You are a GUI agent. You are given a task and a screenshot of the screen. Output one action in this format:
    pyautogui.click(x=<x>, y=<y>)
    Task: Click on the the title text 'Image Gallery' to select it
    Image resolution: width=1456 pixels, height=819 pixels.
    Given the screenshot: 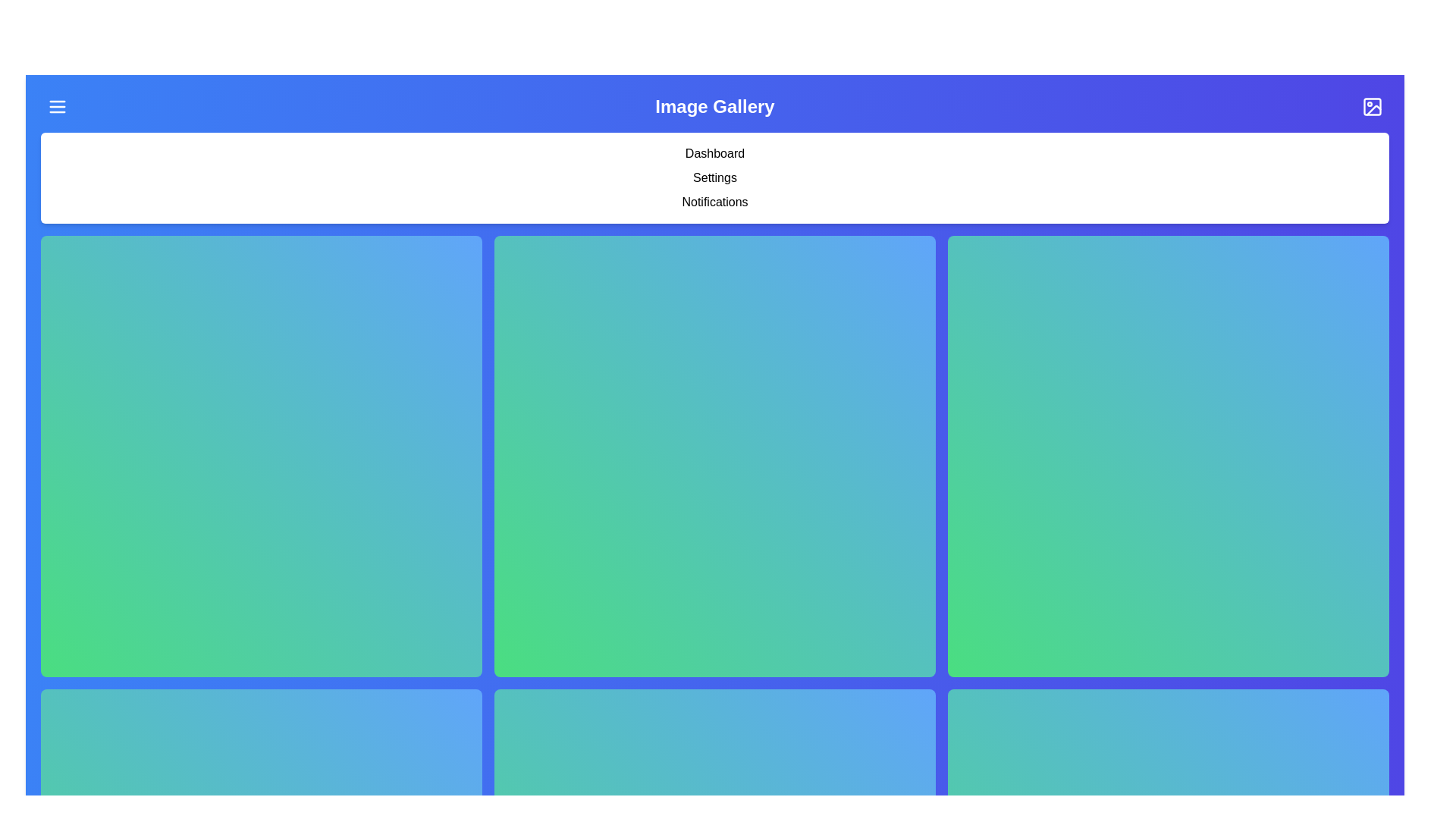 What is the action you would take?
    pyautogui.click(x=713, y=106)
    